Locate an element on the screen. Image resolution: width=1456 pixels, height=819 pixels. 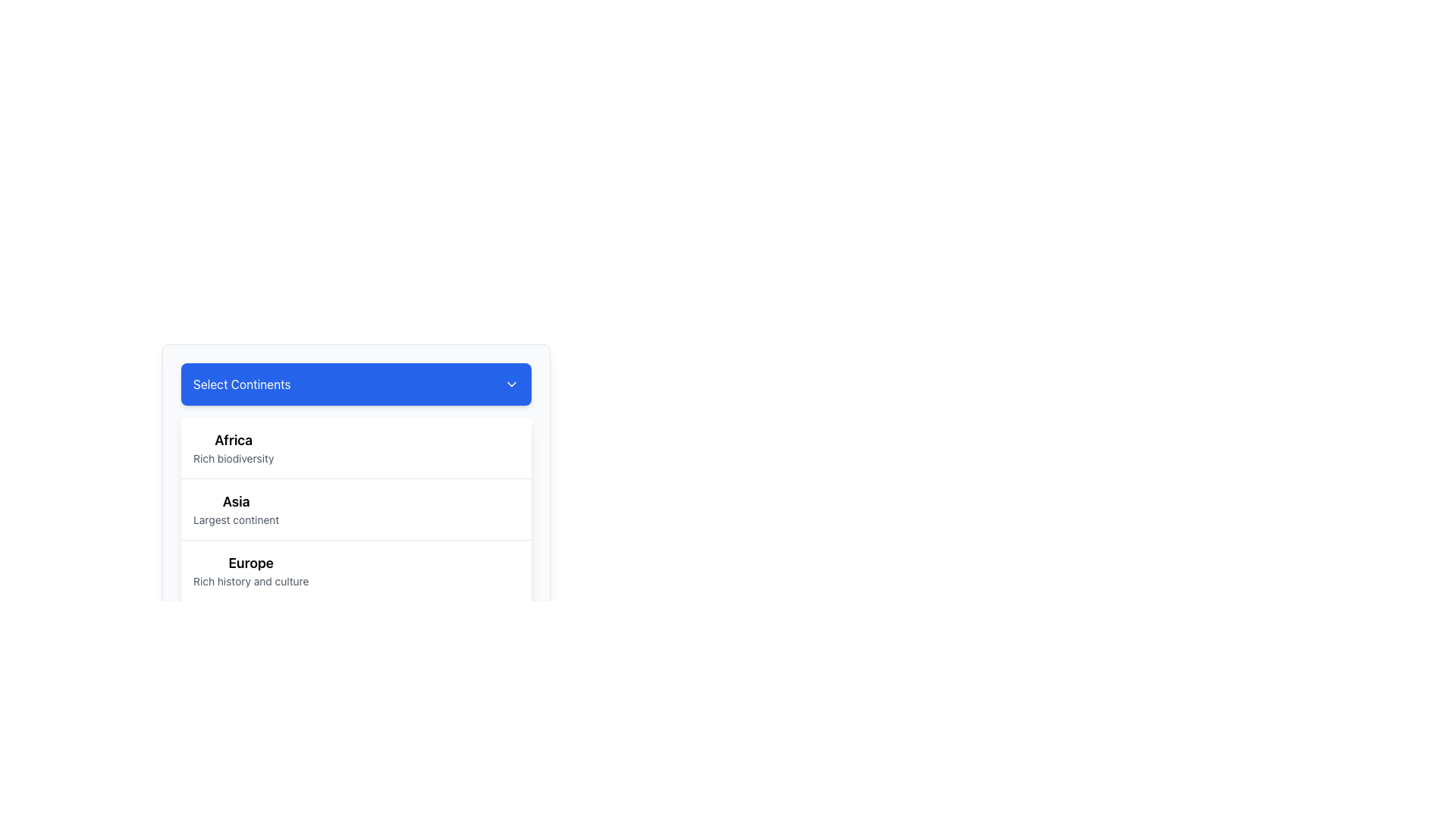
the list item displaying 'Asia' is located at coordinates (356, 539).